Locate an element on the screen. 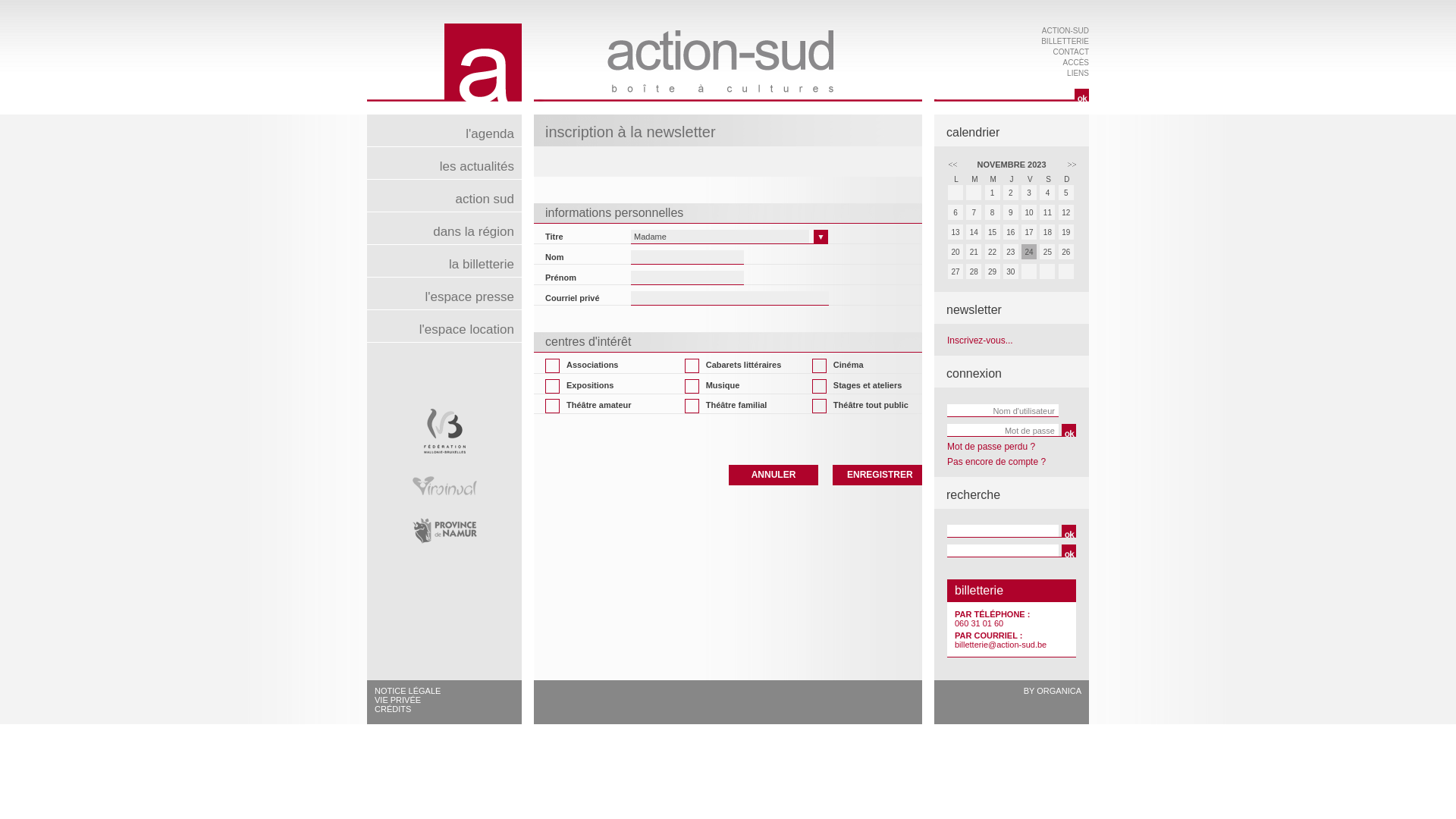 The height and width of the screenshot is (819, 1456). 'ENREGISTRER' is located at coordinates (877, 473).